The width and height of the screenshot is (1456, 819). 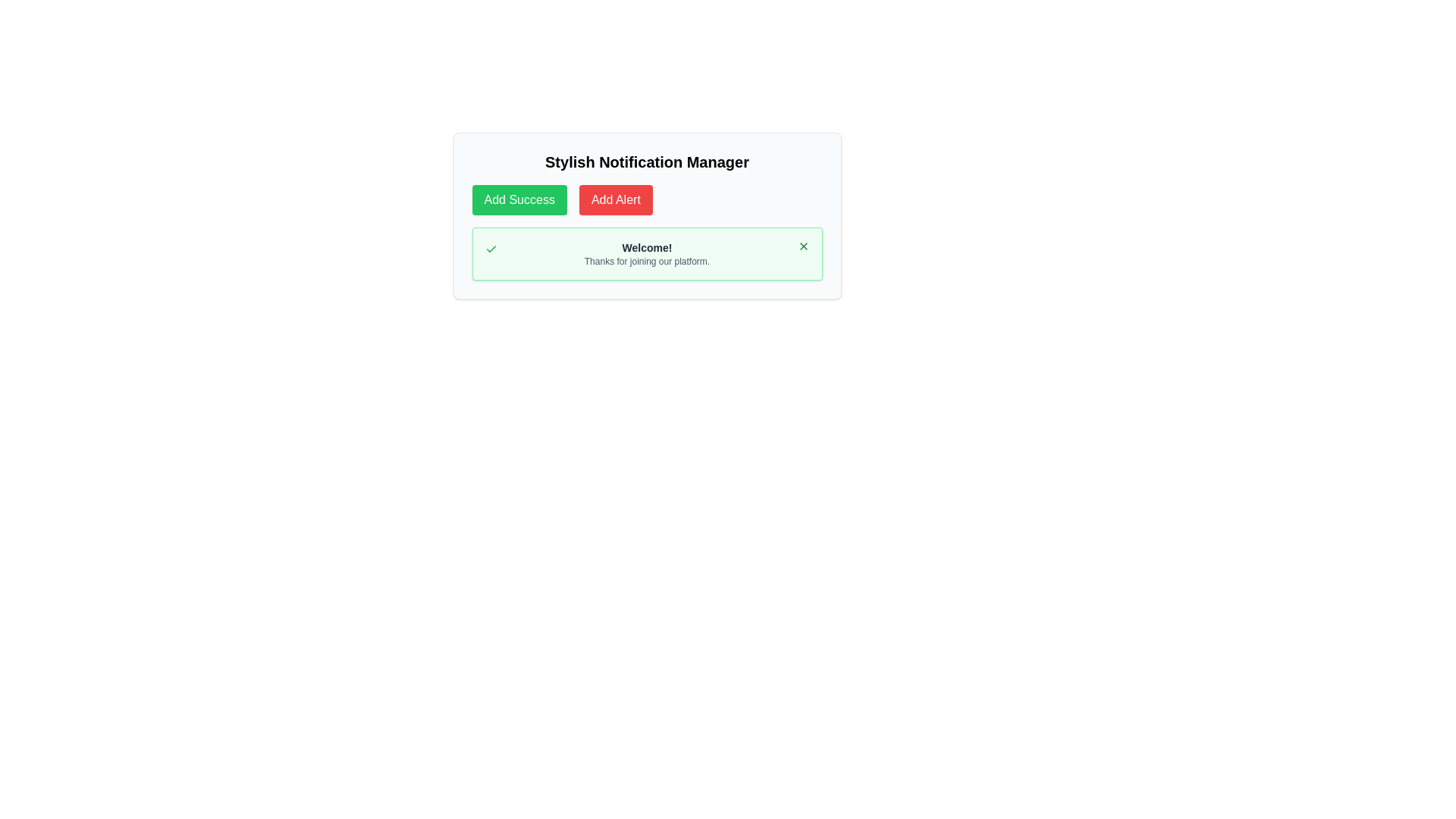 I want to click on the button to the right of the 'Add Success' button, so click(x=616, y=199).